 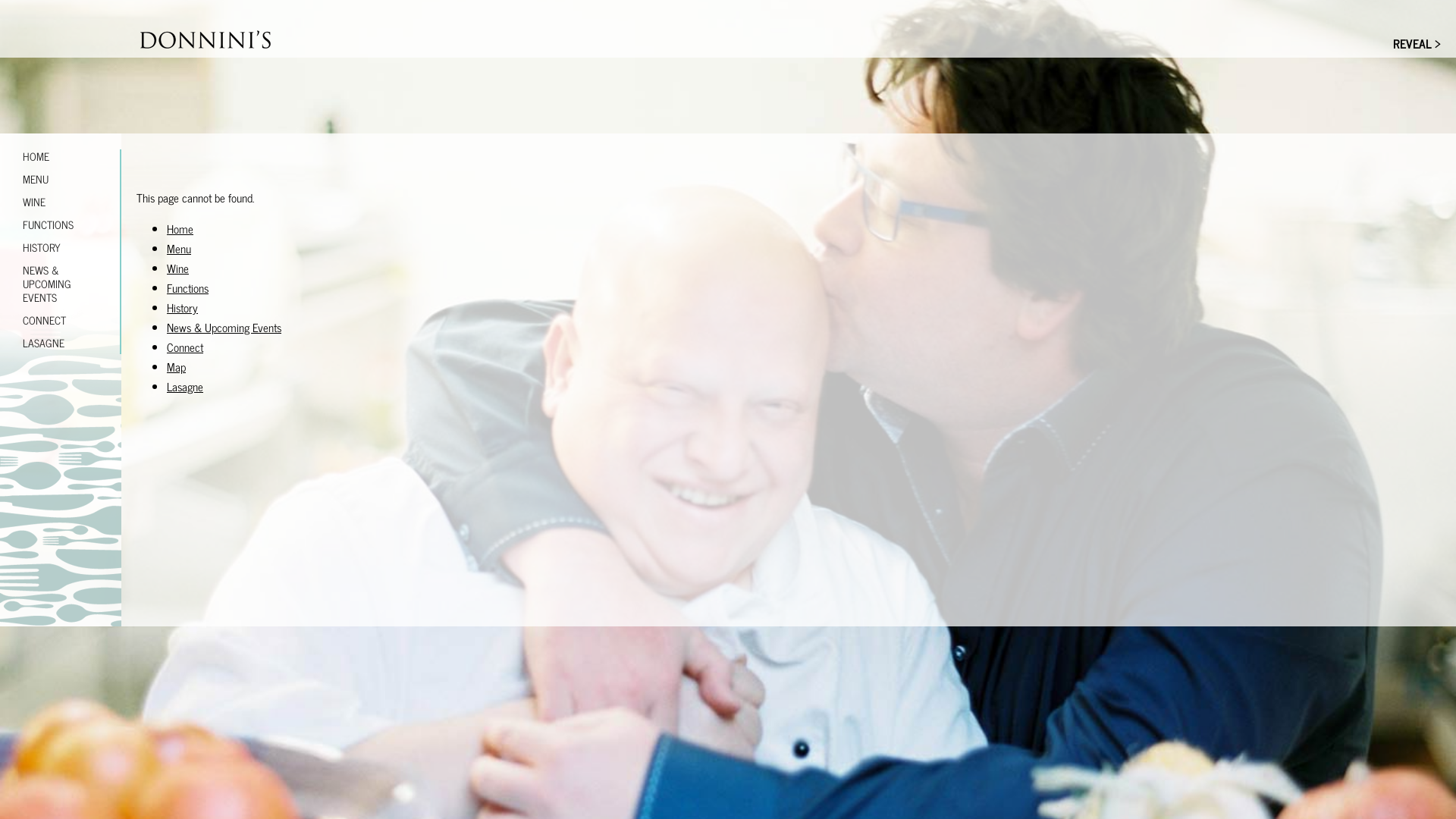 What do you see at coordinates (0, 177) in the screenshot?
I see `'MENU'` at bounding box center [0, 177].